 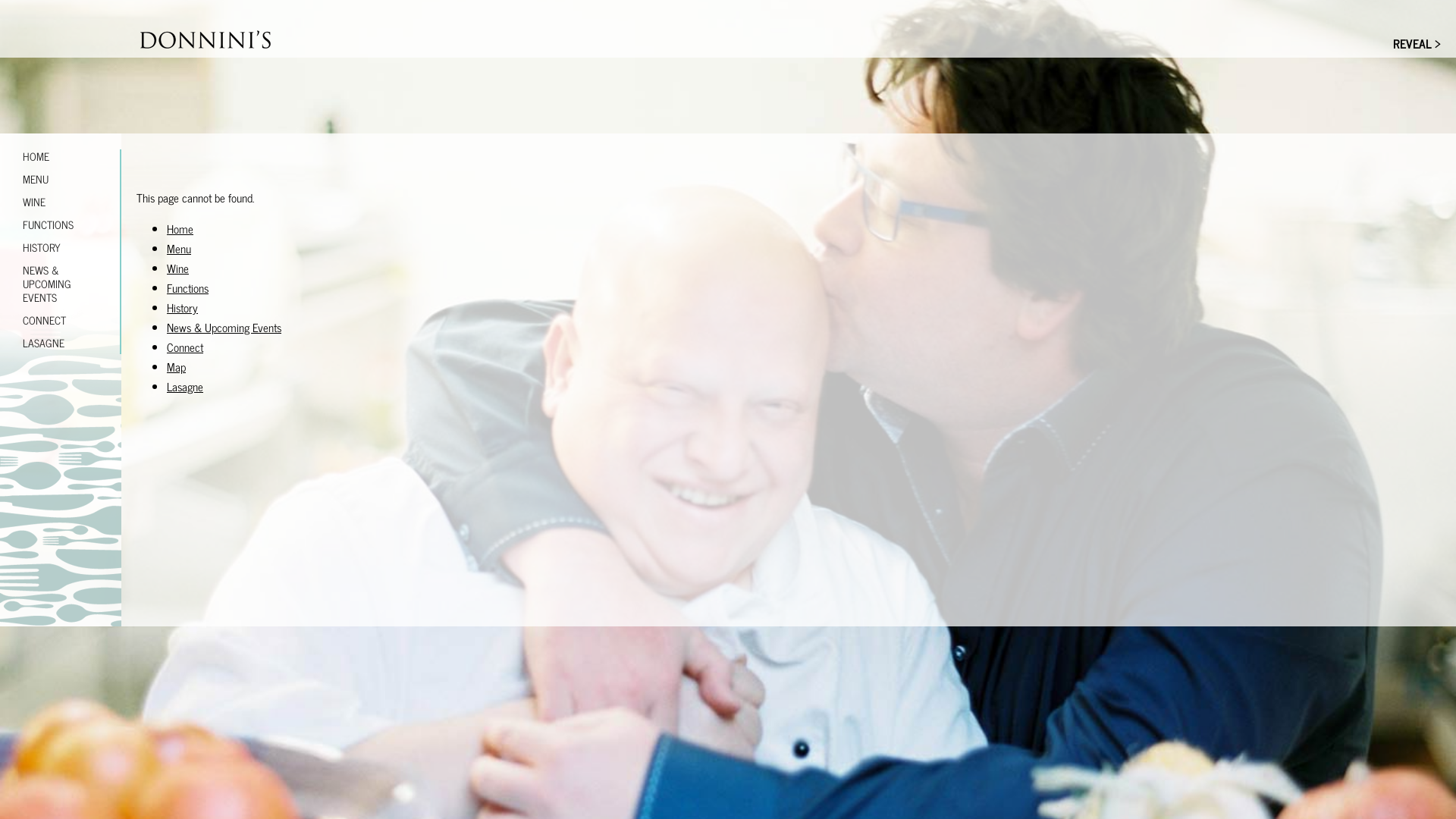 What do you see at coordinates (0, 177) in the screenshot?
I see `'MENU'` at bounding box center [0, 177].